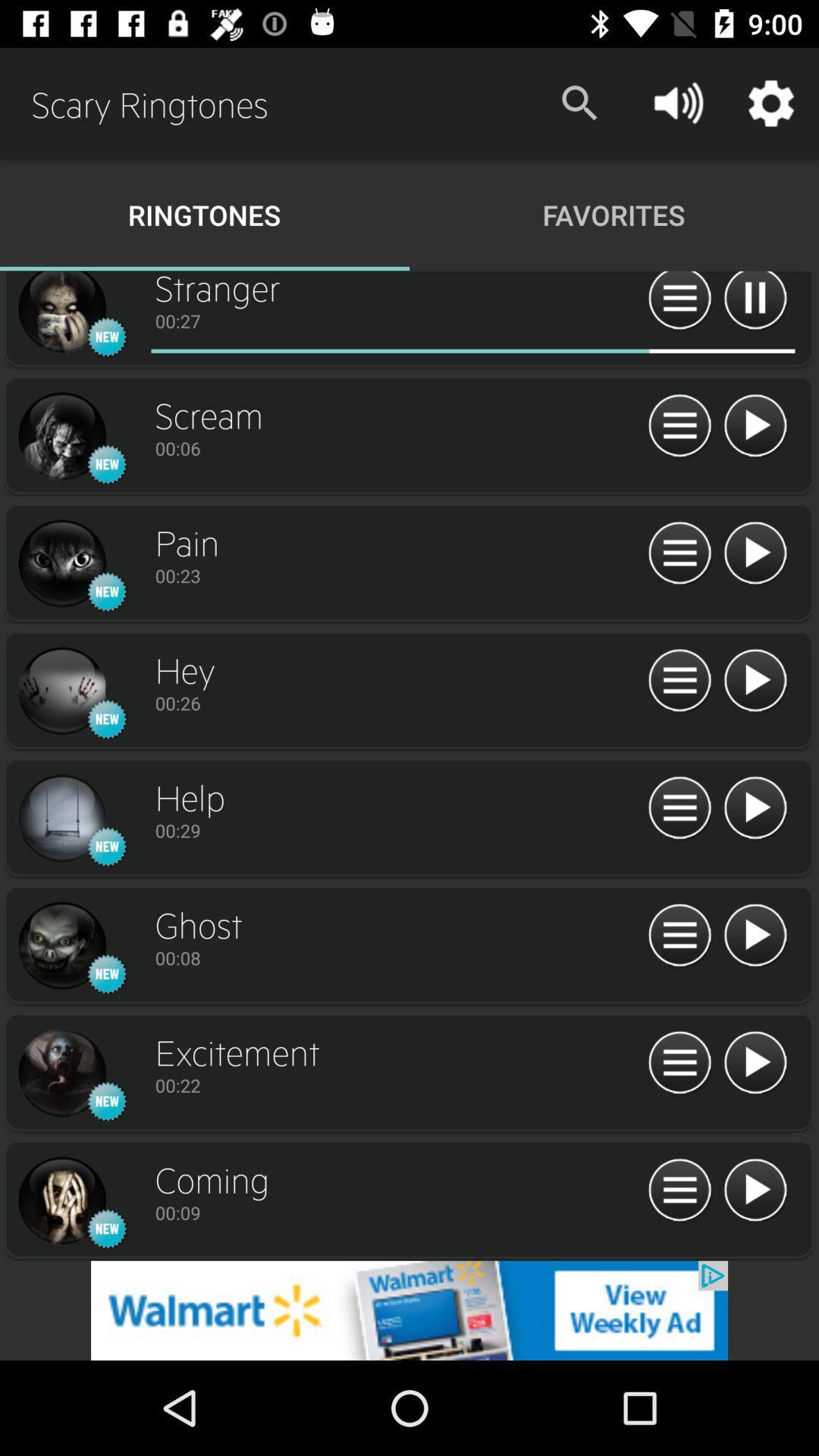 The image size is (819, 1456). I want to click on menu option, so click(679, 935).